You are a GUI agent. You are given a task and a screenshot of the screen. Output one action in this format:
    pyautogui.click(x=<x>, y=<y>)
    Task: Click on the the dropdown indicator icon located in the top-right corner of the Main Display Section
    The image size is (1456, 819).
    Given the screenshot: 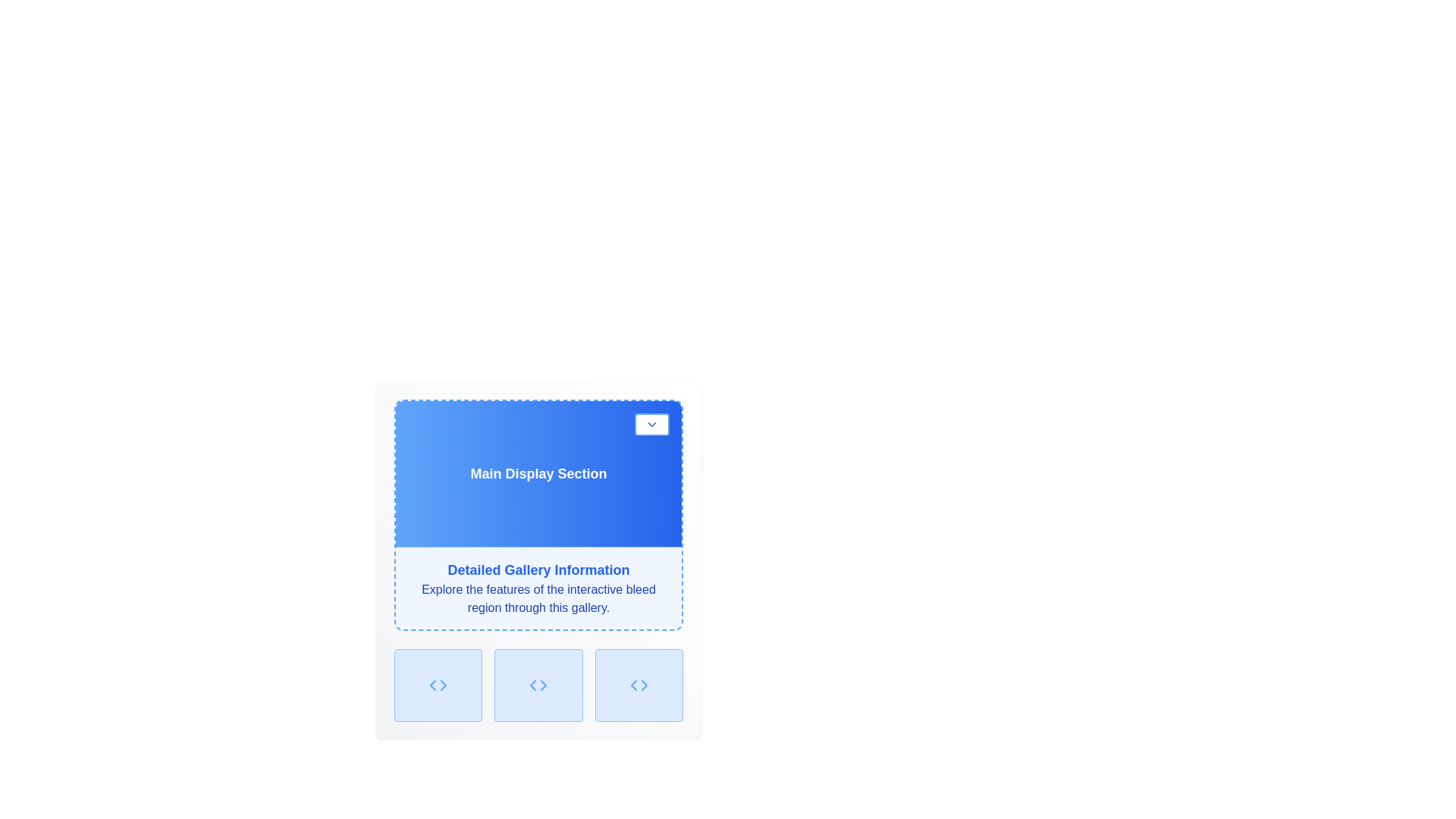 What is the action you would take?
    pyautogui.click(x=651, y=424)
    